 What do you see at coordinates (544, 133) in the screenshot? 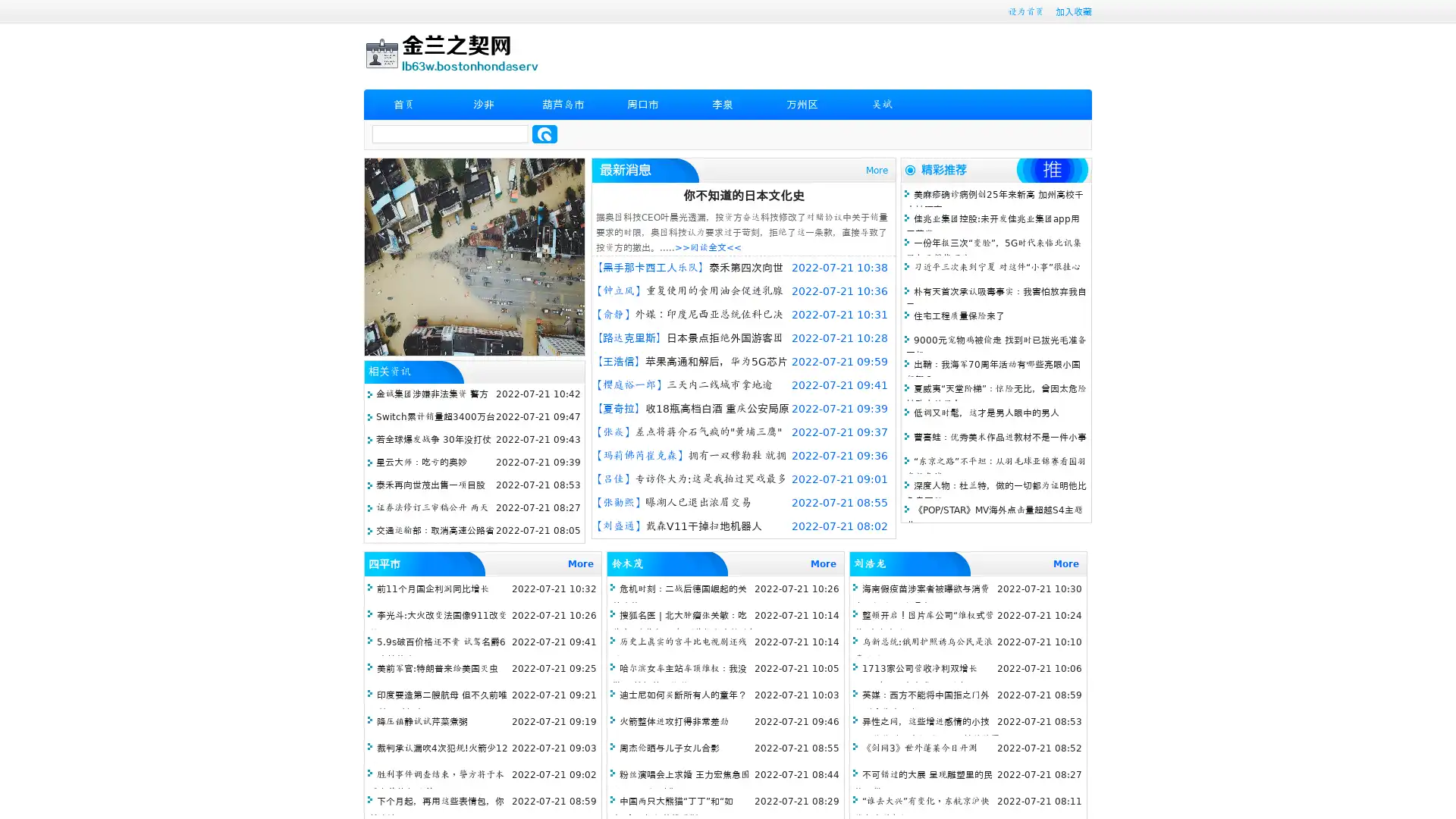
I see `Search` at bounding box center [544, 133].